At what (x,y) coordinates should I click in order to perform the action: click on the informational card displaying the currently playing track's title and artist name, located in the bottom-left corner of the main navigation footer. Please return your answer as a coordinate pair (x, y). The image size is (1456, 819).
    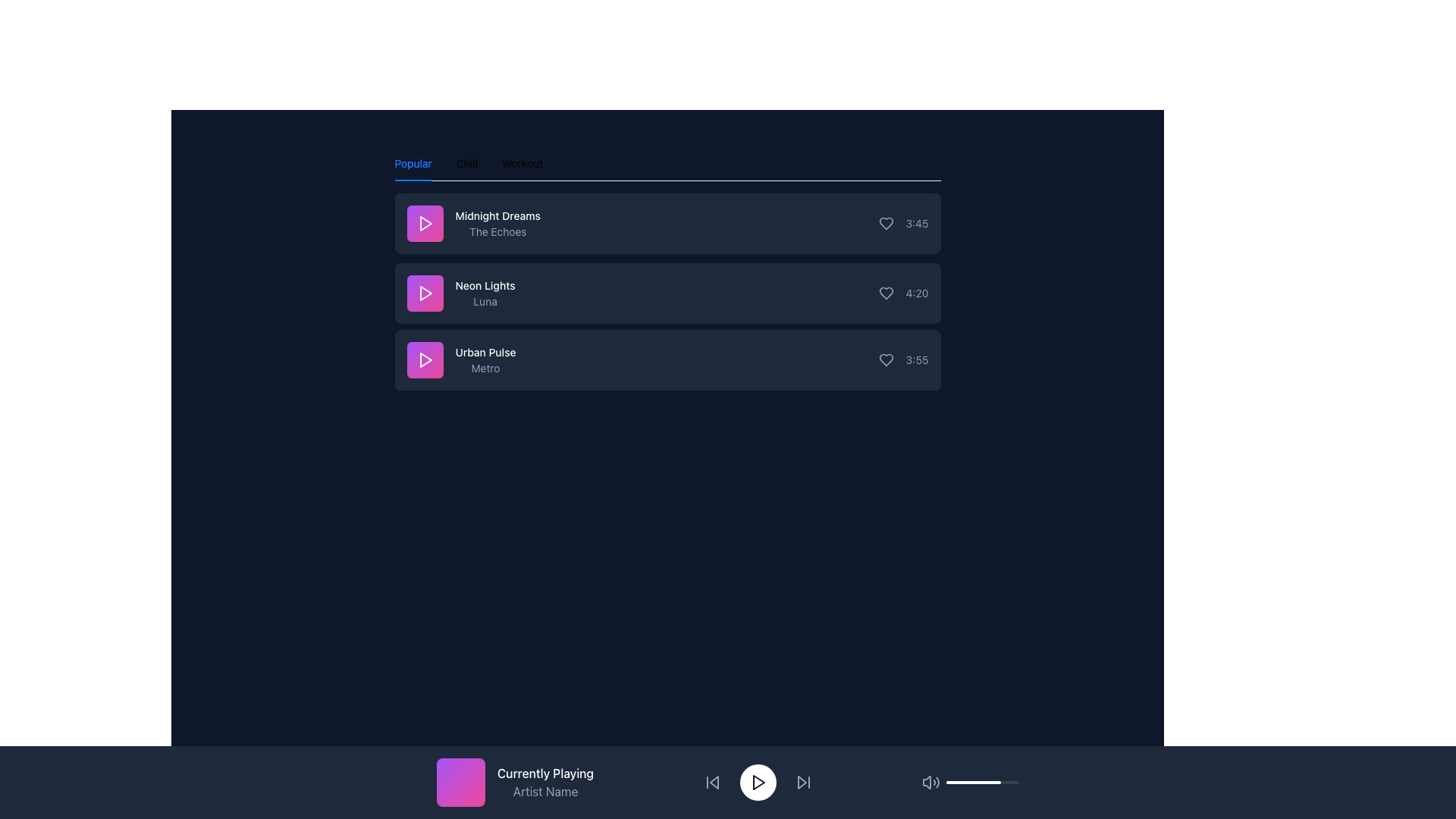
    Looking at the image, I should click on (515, 783).